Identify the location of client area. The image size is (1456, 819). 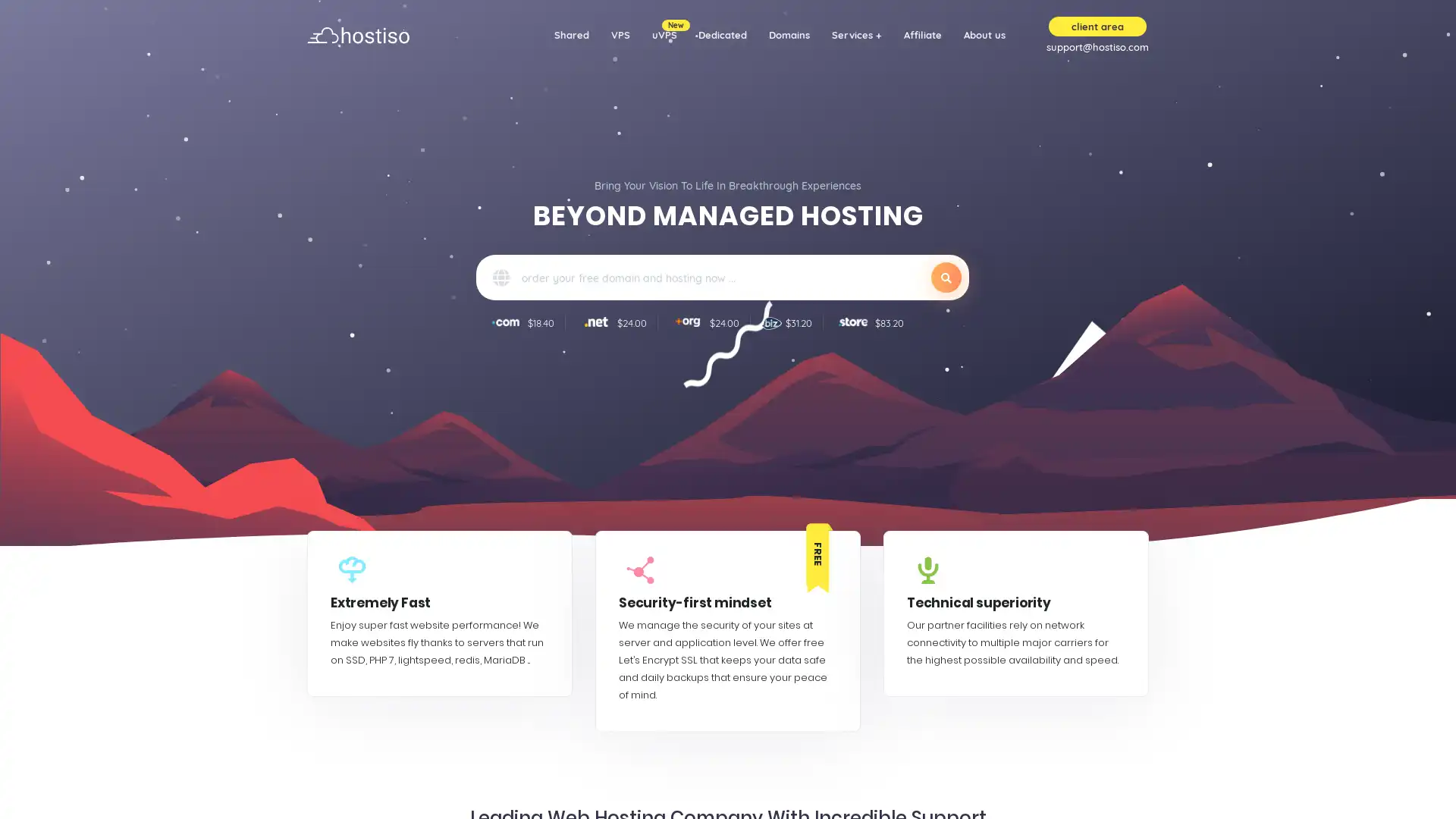
(1097, 26).